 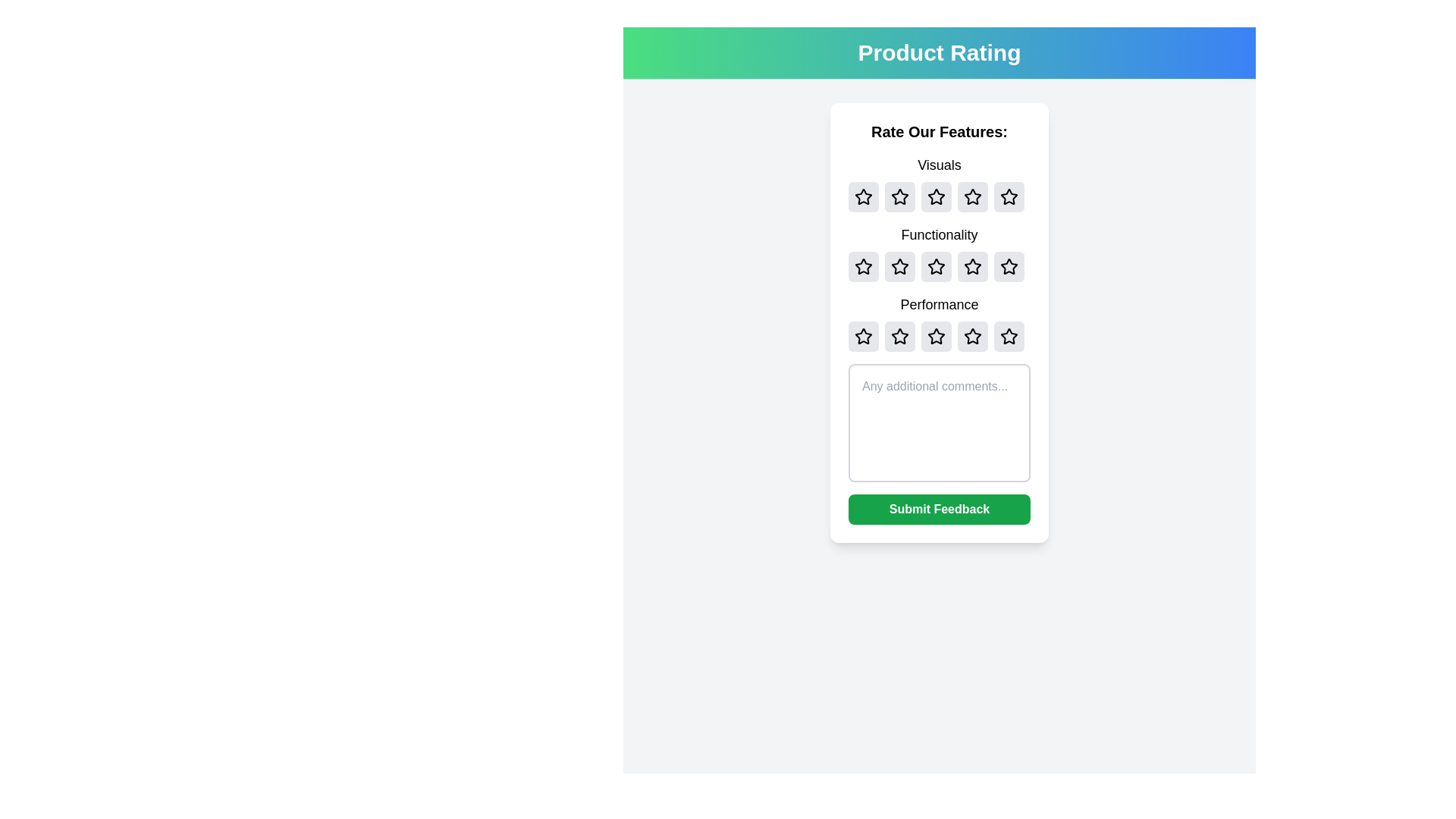 I want to click on the third star icon under the 'Performance' category, so click(x=935, y=335).